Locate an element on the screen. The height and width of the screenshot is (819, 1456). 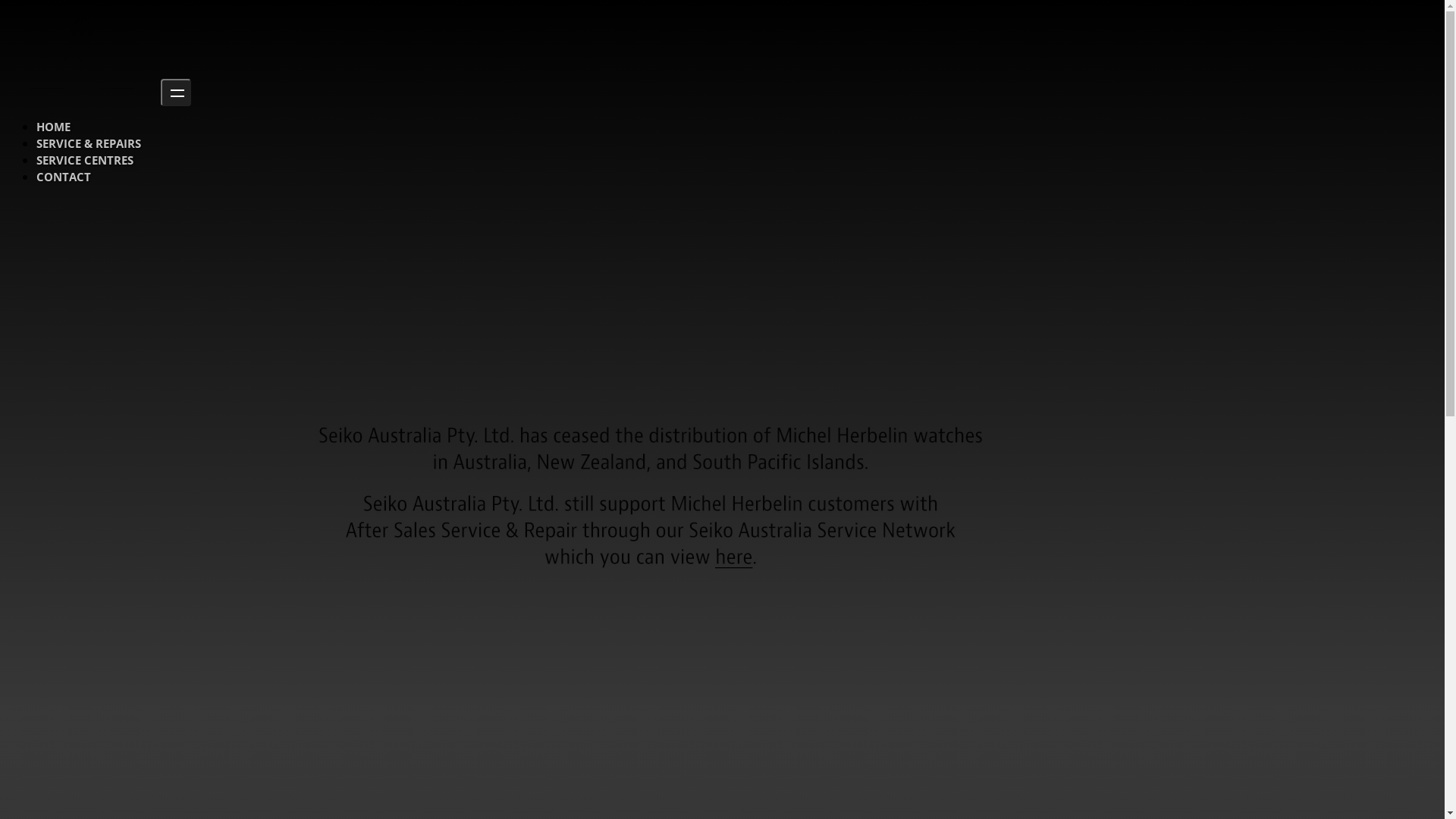
'HOME' is located at coordinates (53, 125).